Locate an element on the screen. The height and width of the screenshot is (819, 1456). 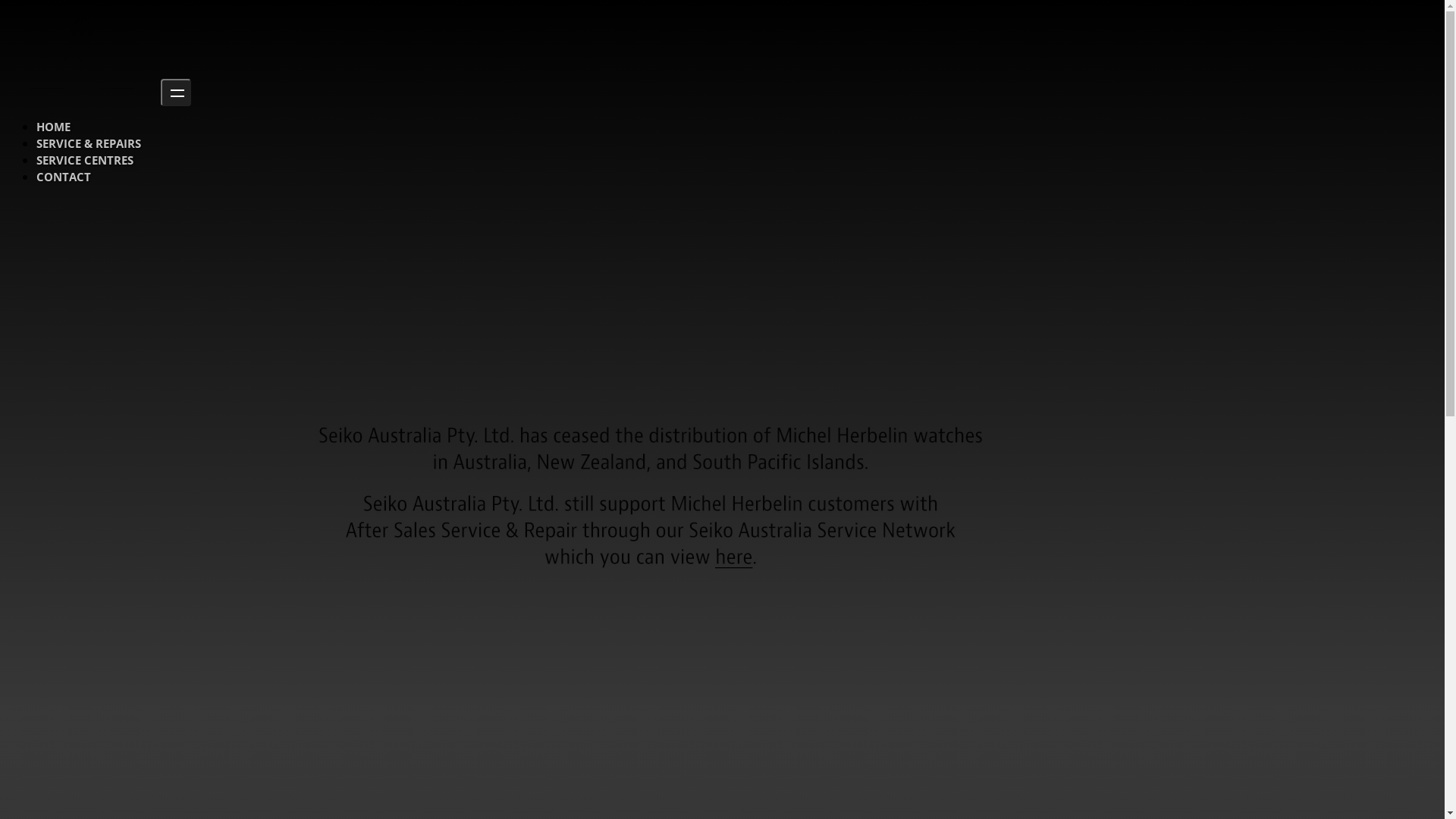
'HOME' is located at coordinates (53, 125).